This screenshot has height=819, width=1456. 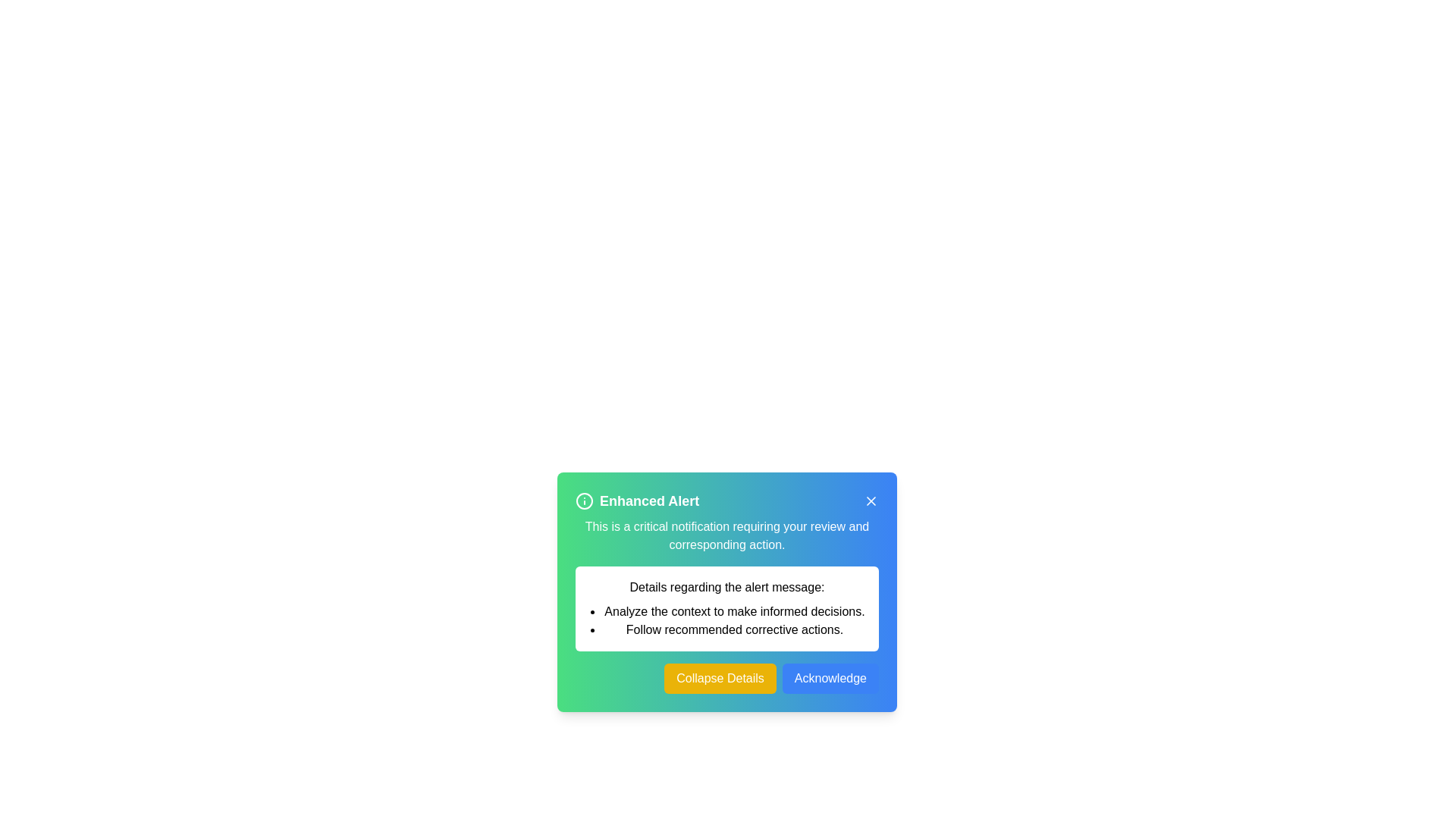 What do you see at coordinates (720, 677) in the screenshot?
I see `the collapse button located in the bottom-right section of the dialog box to hide additional details` at bounding box center [720, 677].